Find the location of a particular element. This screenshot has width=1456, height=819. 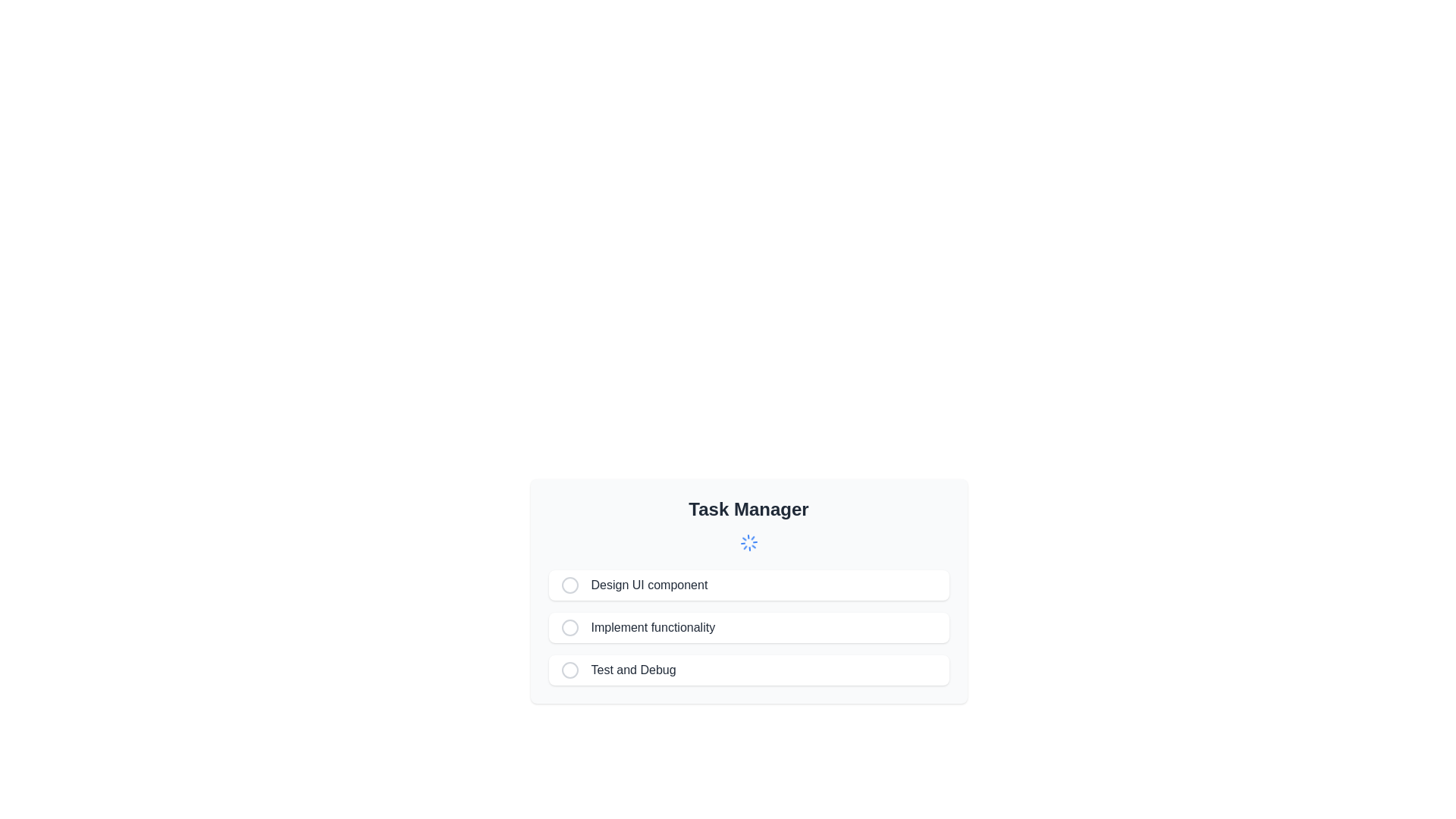

the circular icon representing the status indicator for the 'Design UI component' task located under the 'Task Manager' heading is located at coordinates (569, 584).